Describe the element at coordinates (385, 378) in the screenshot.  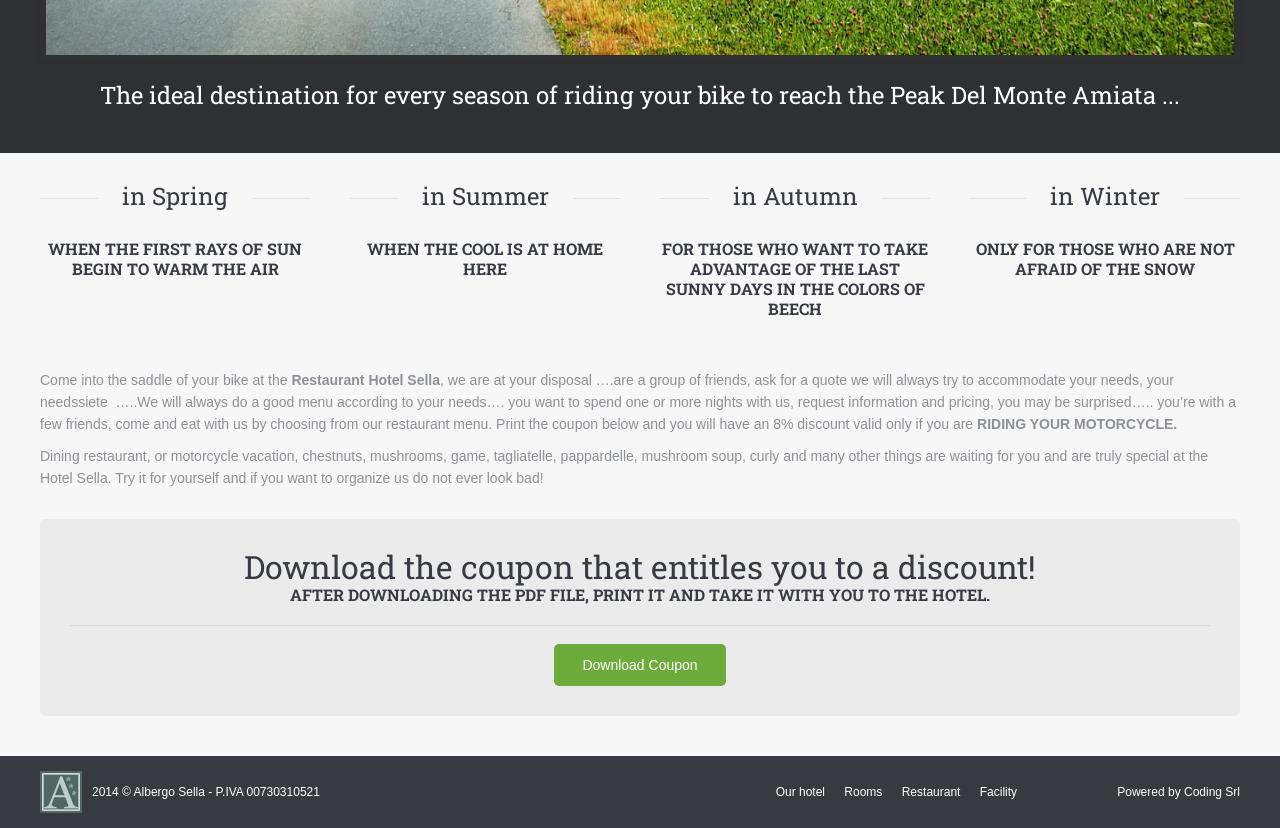
I see `'Hotel'` at that location.